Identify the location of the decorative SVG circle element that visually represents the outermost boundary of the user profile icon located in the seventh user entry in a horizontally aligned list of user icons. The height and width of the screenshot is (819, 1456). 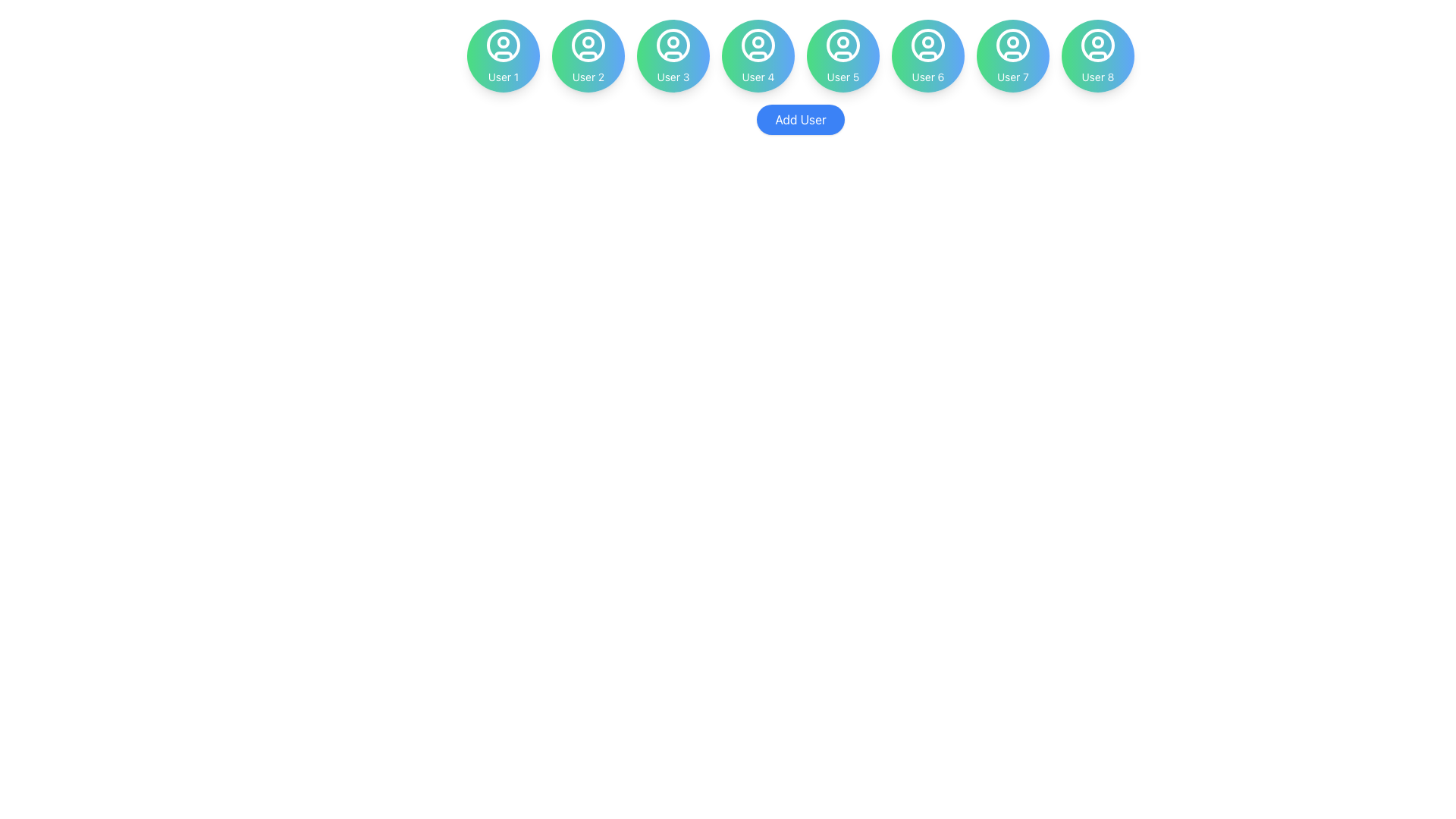
(1012, 45).